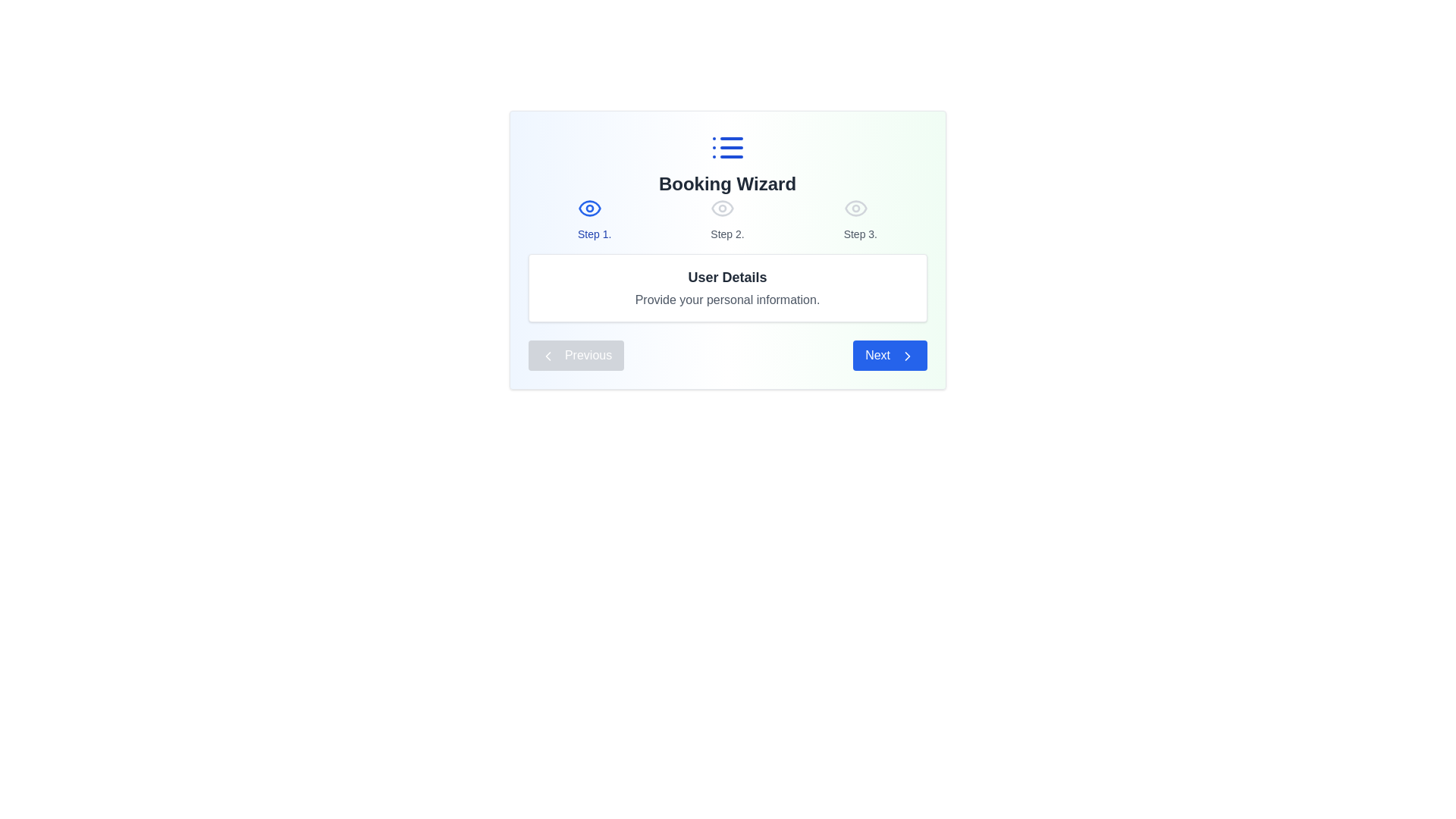 The image size is (1456, 819). What do you see at coordinates (890, 356) in the screenshot?
I see `the blue button labeled 'Next' with a right-pointing chevron` at bounding box center [890, 356].